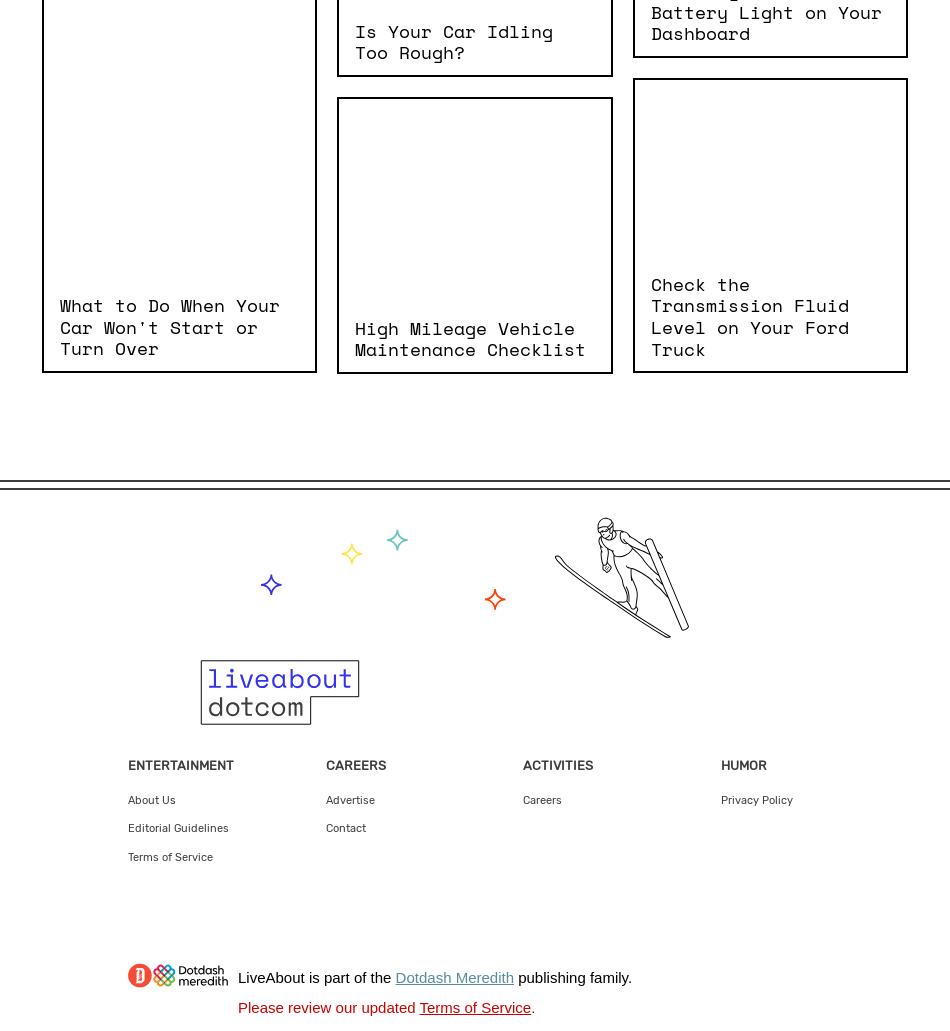 Image resolution: width=950 pixels, height=1031 pixels. I want to click on 'Please review our updated', so click(327, 1005).